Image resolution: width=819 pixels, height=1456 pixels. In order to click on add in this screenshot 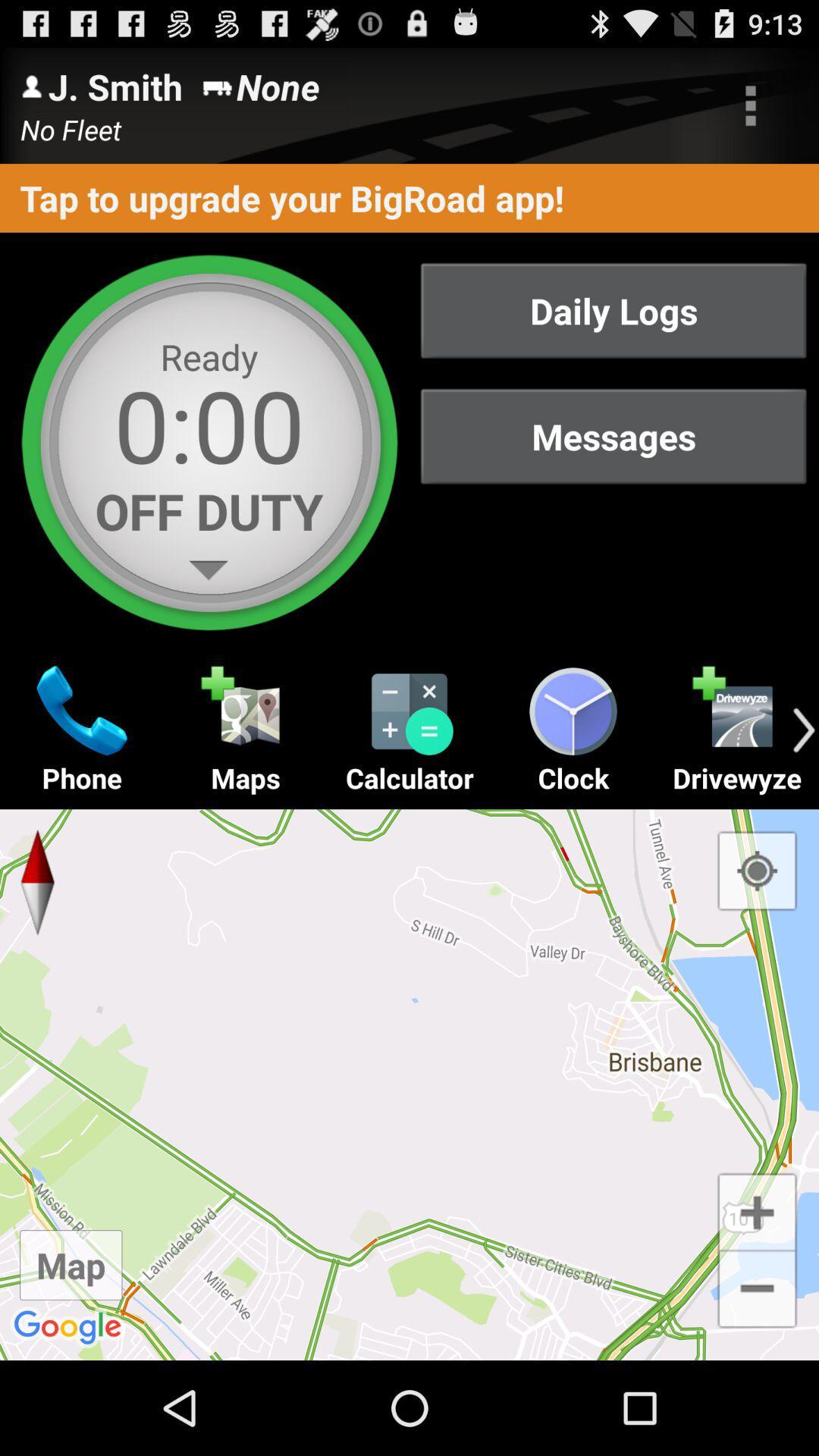, I will do `click(757, 1210)`.